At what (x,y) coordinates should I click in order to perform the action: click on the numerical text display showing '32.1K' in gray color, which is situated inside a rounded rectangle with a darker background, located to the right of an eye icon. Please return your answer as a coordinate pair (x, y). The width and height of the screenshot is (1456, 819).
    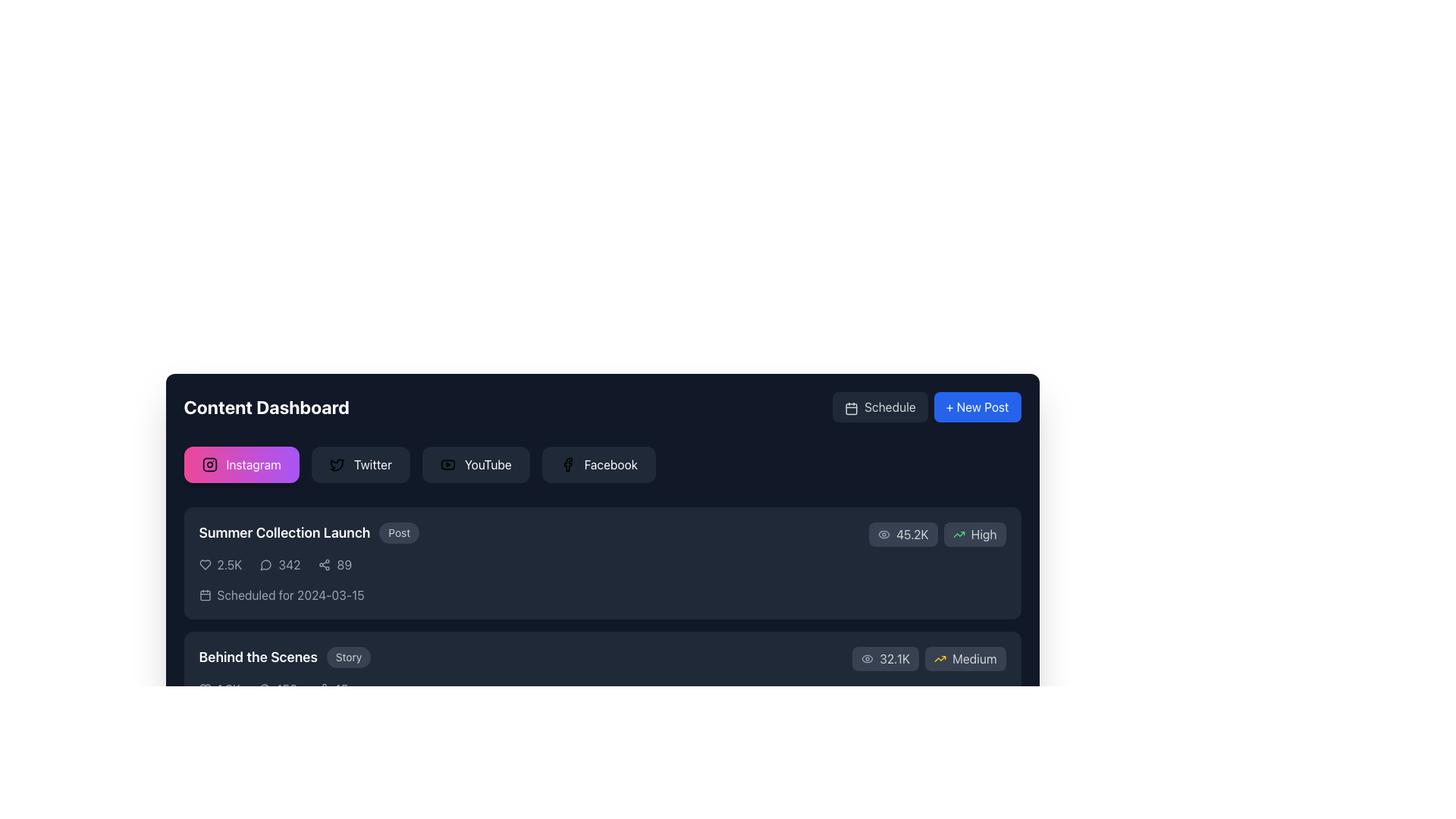
    Looking at the image, I should click on (895, 657).